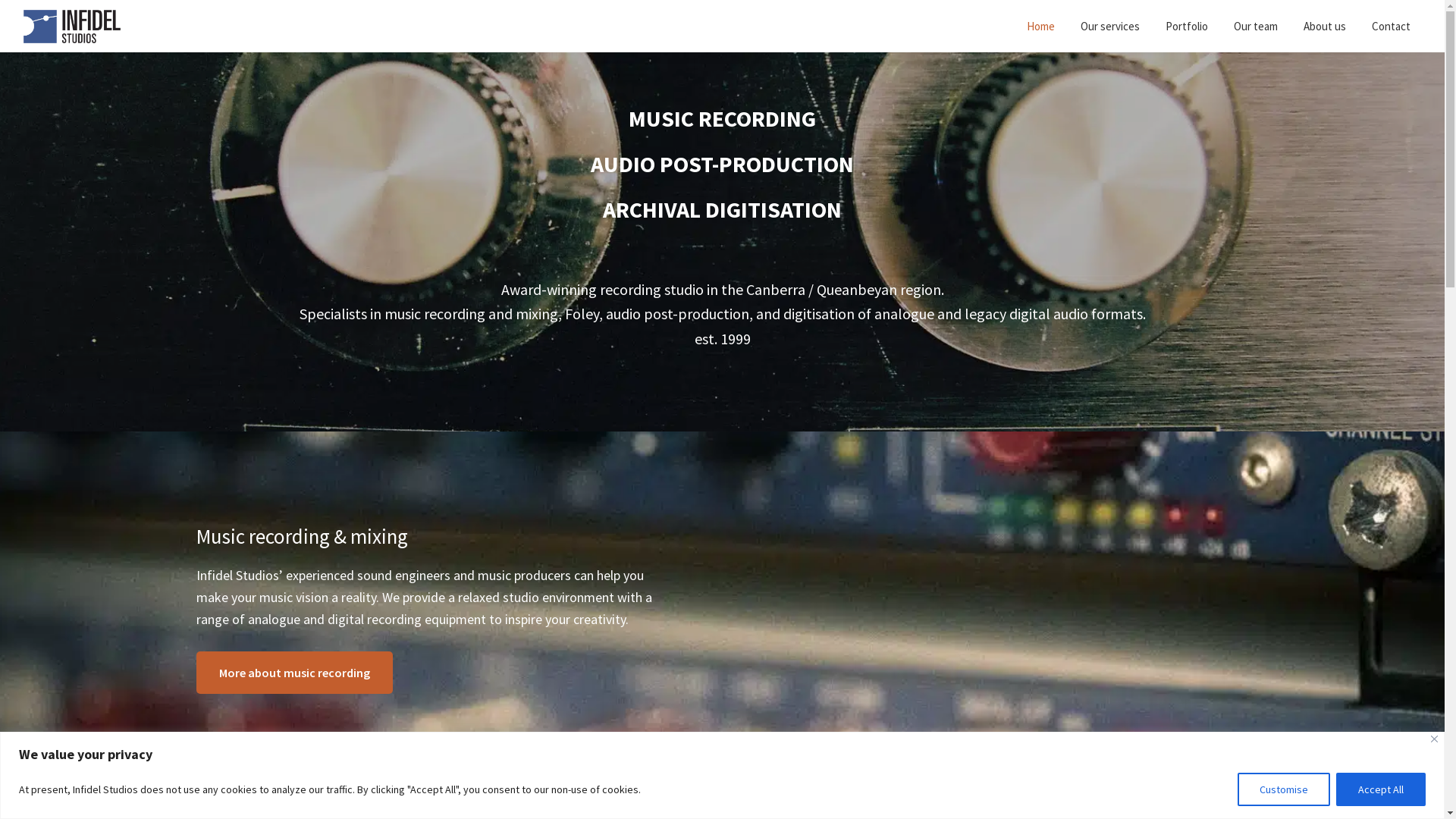 The height and width of the screenshot is (819, 1456). What do you see at coordinates (294, 672) in the screenshot?
I see `'More about music recording'` at bounding box center [294, 672].